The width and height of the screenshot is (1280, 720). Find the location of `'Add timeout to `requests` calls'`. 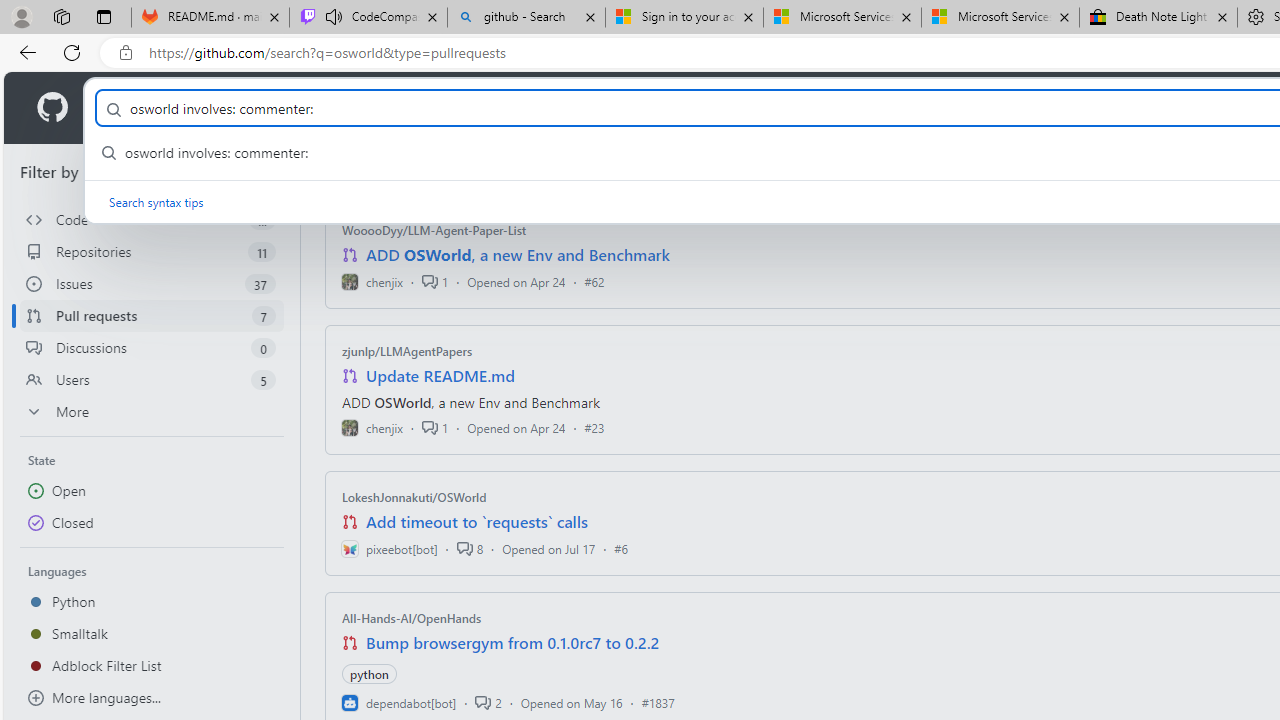

'Add timeout to `requests` calls' is located at coordinates (475, 521).